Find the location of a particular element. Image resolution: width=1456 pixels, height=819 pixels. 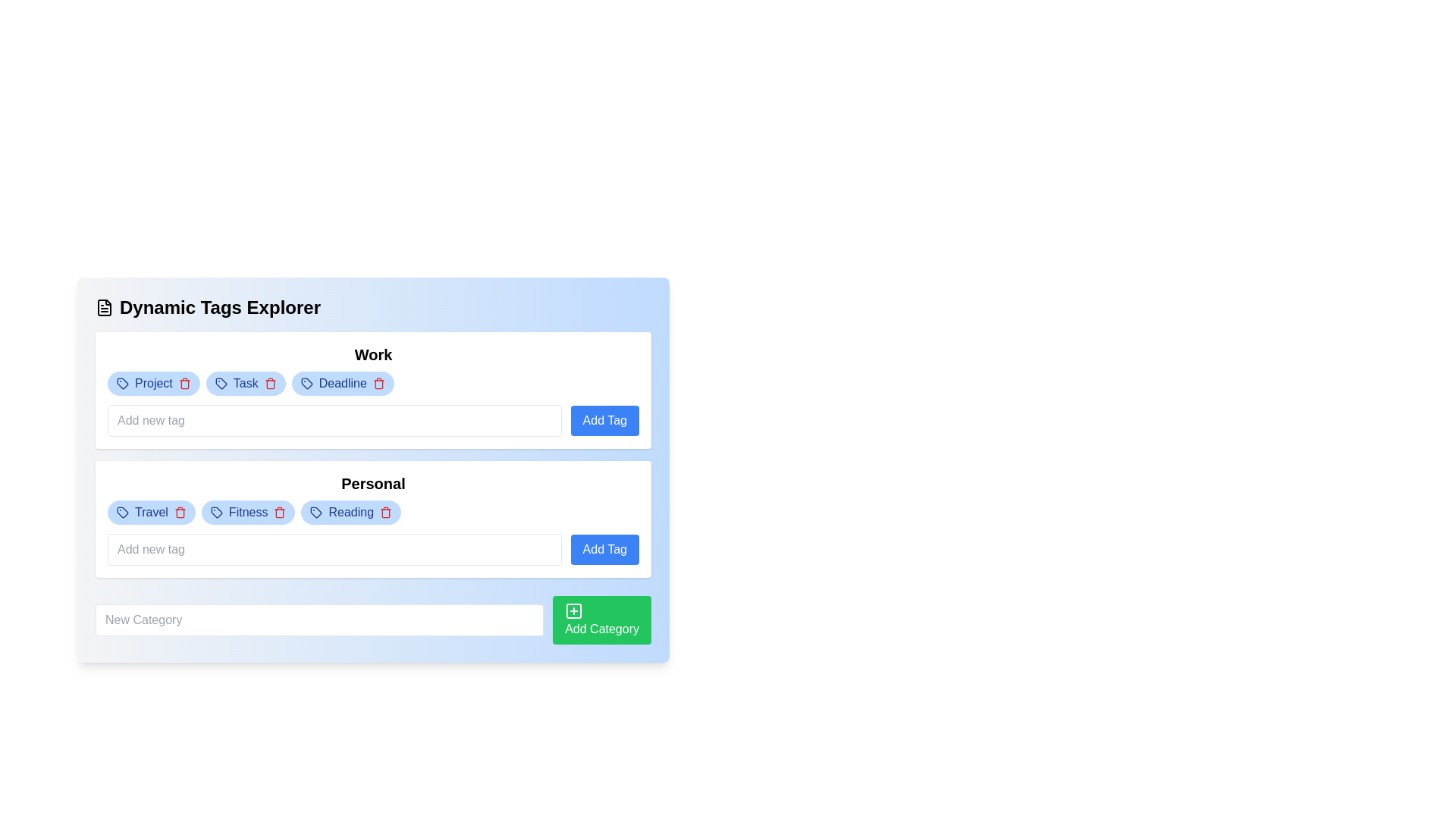

the delete icon button located to the right of the 'Task' label in the 'Work' section is located at coordinates (270, 382).